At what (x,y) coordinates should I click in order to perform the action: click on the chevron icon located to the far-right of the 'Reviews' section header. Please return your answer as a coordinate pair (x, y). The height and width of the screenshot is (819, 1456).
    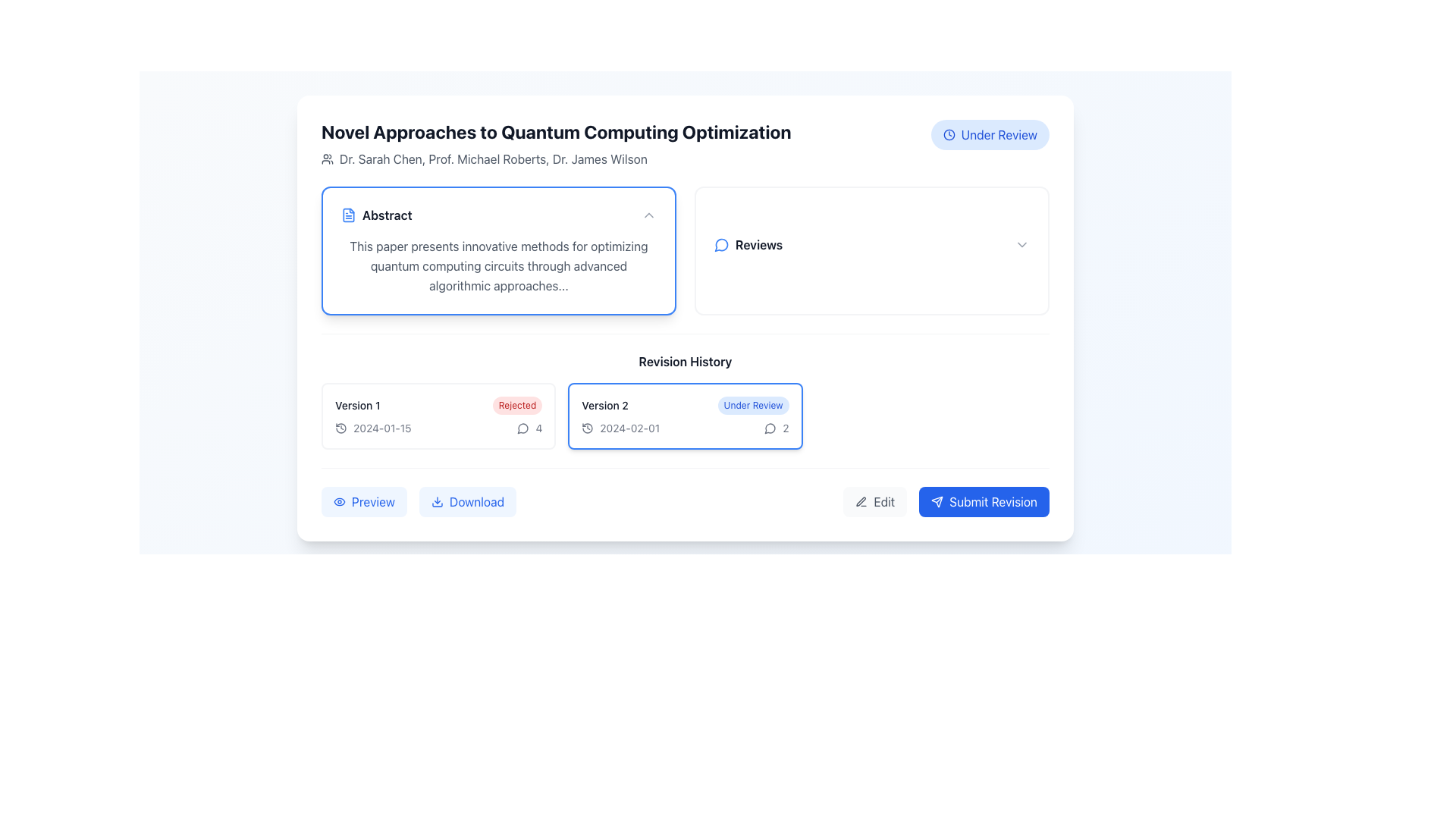
    Looking at the image, I should click on (1022, 244).